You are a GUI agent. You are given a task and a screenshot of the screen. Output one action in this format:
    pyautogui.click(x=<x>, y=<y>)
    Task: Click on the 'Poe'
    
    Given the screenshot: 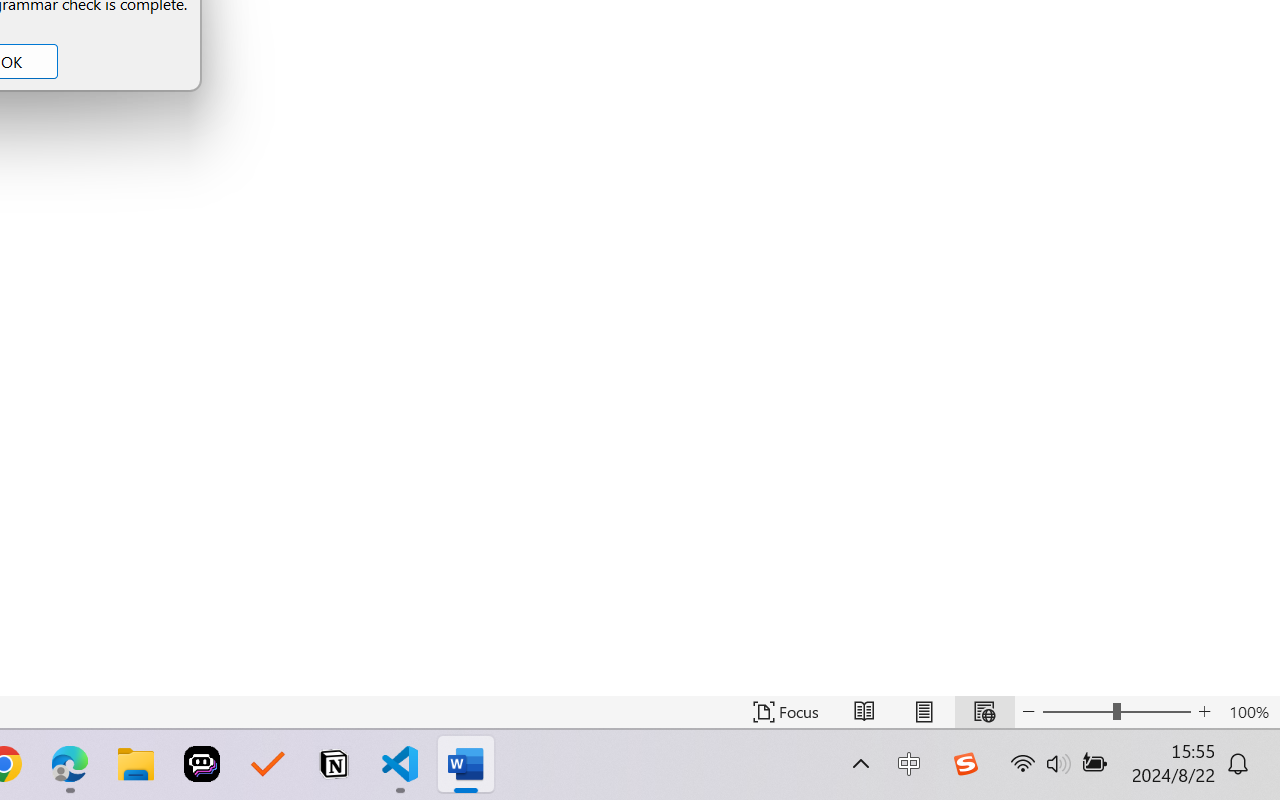 What is the action you would take?
    pyautogui.click(x=202, y=764)
    